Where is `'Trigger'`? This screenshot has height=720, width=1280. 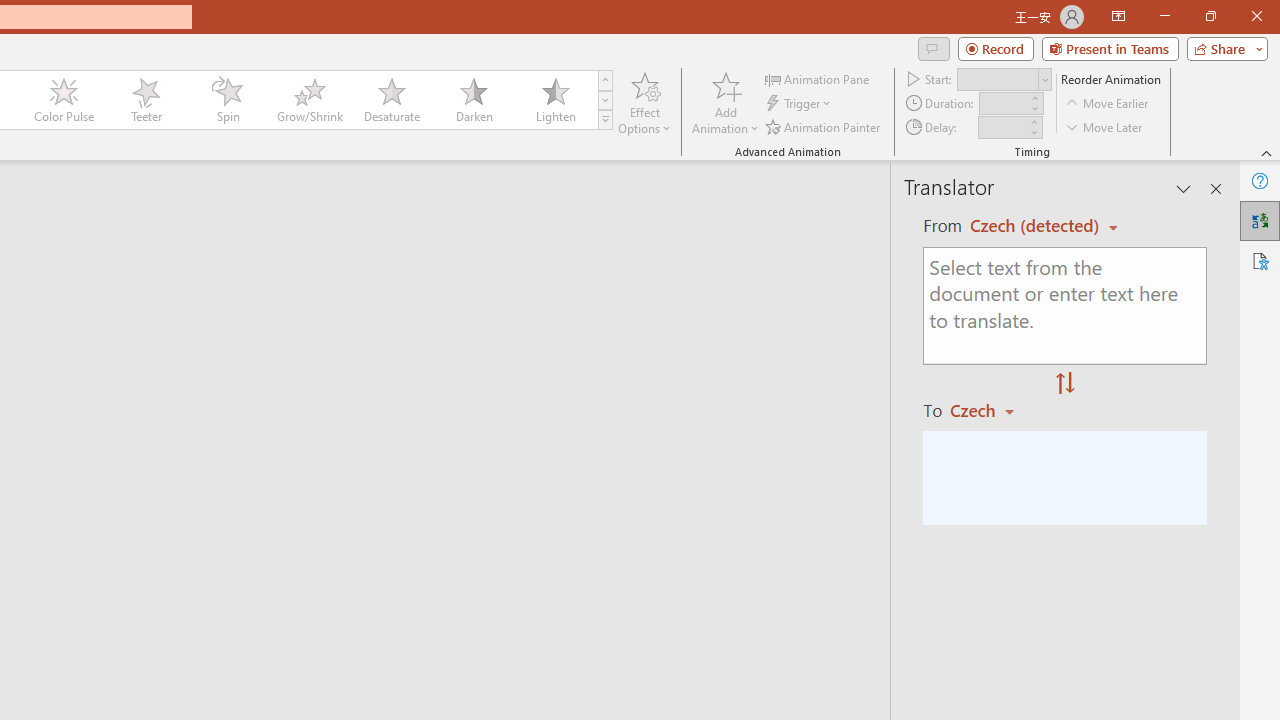
'Trigger' is located at coordinates (800, 103).